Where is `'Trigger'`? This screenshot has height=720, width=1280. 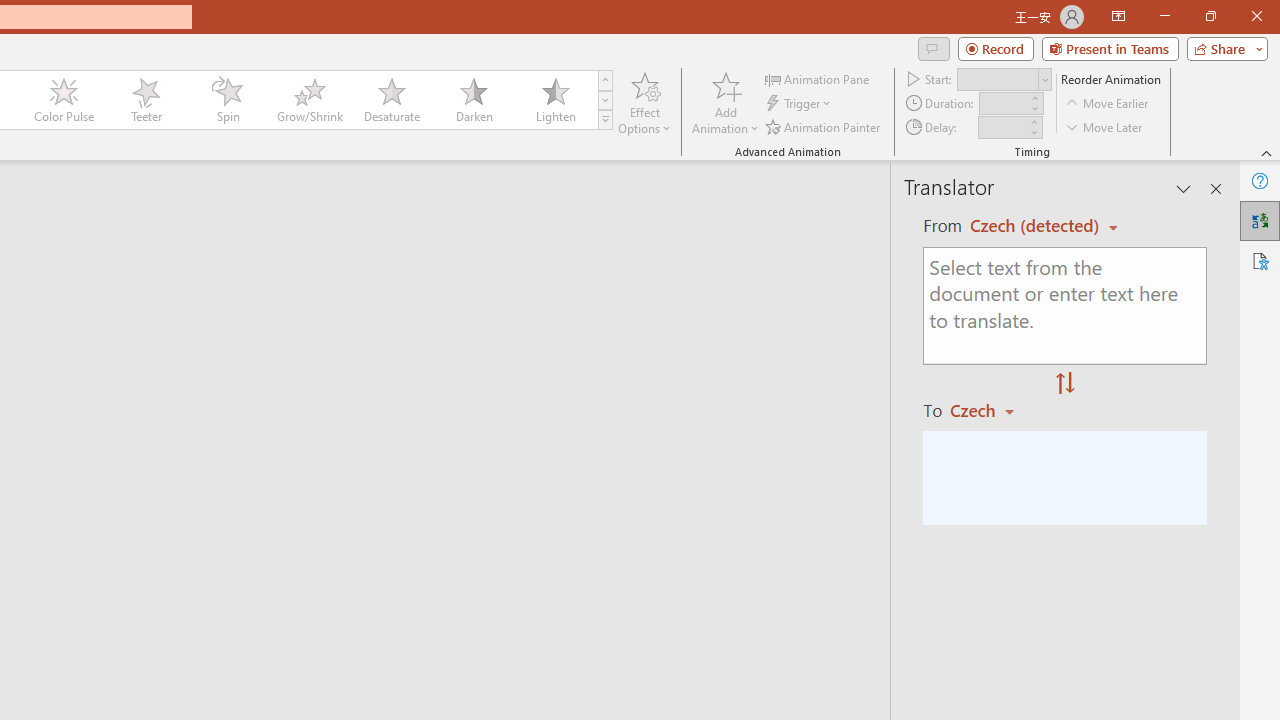
'Trigger' is located at coordinates (800, 103).